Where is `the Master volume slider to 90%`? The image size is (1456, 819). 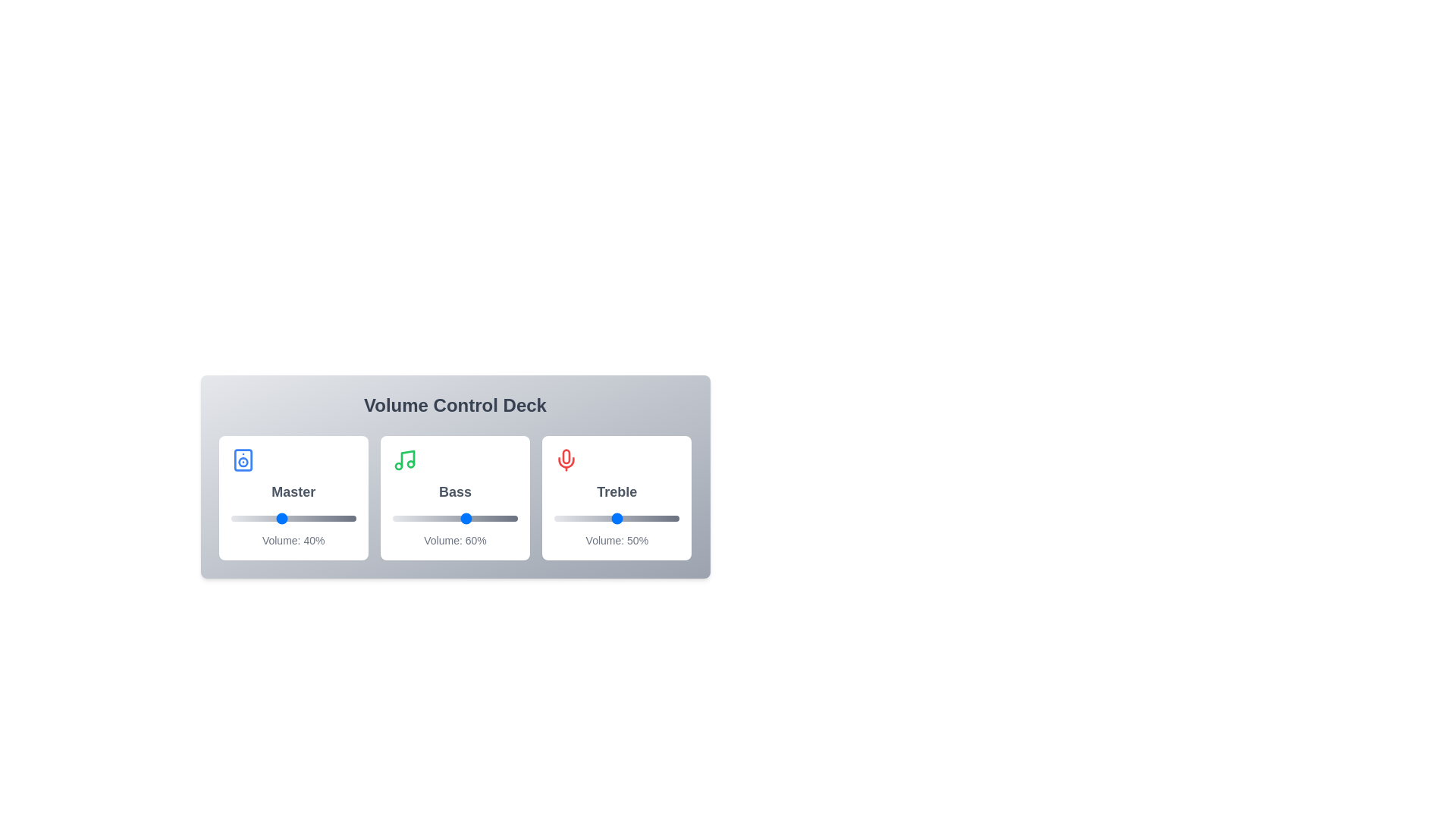 the Master volume slider to 90% is located at coordinates (343, 517).